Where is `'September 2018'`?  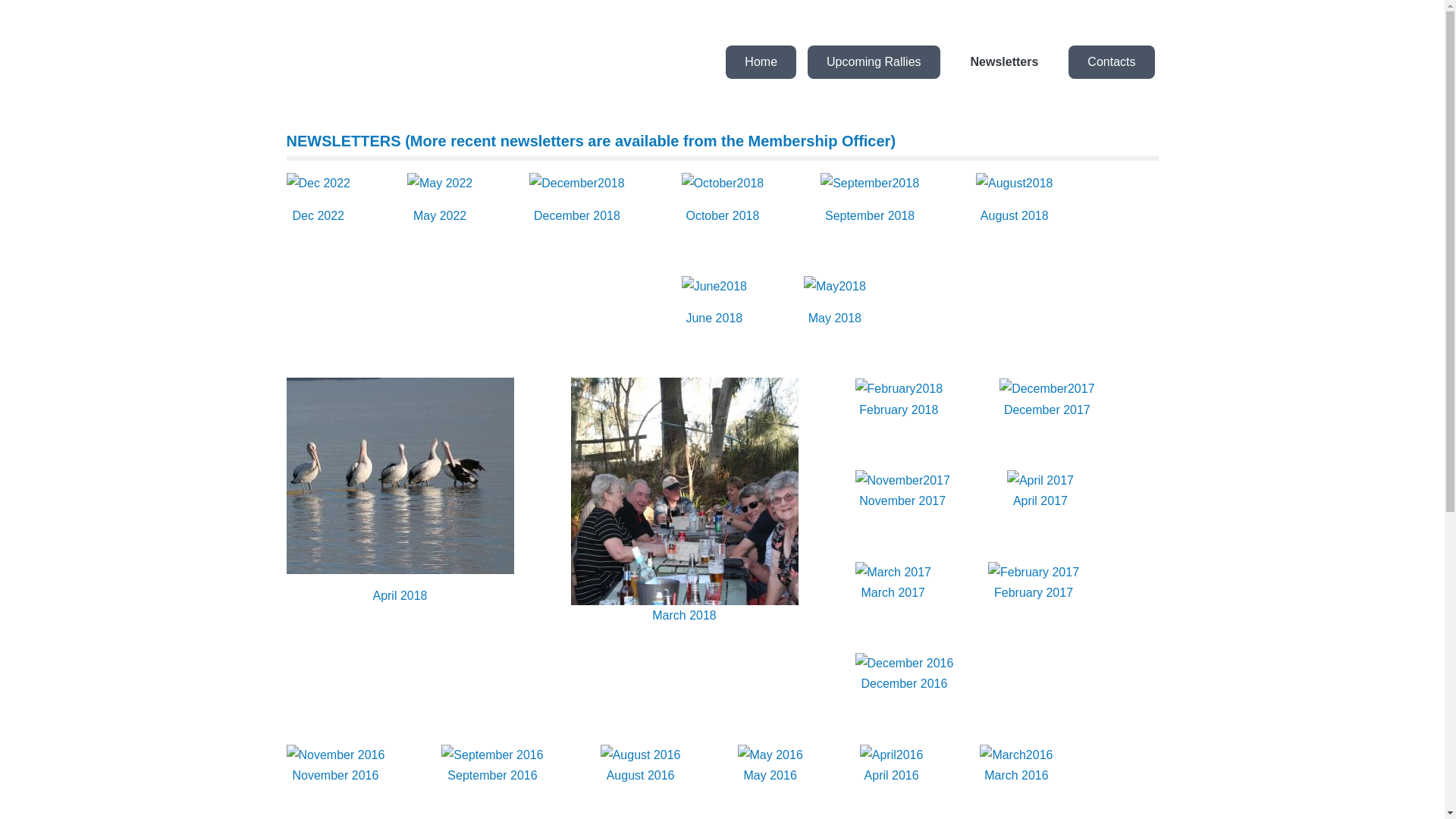
'September 2018' is located at coordinates (870, 215).